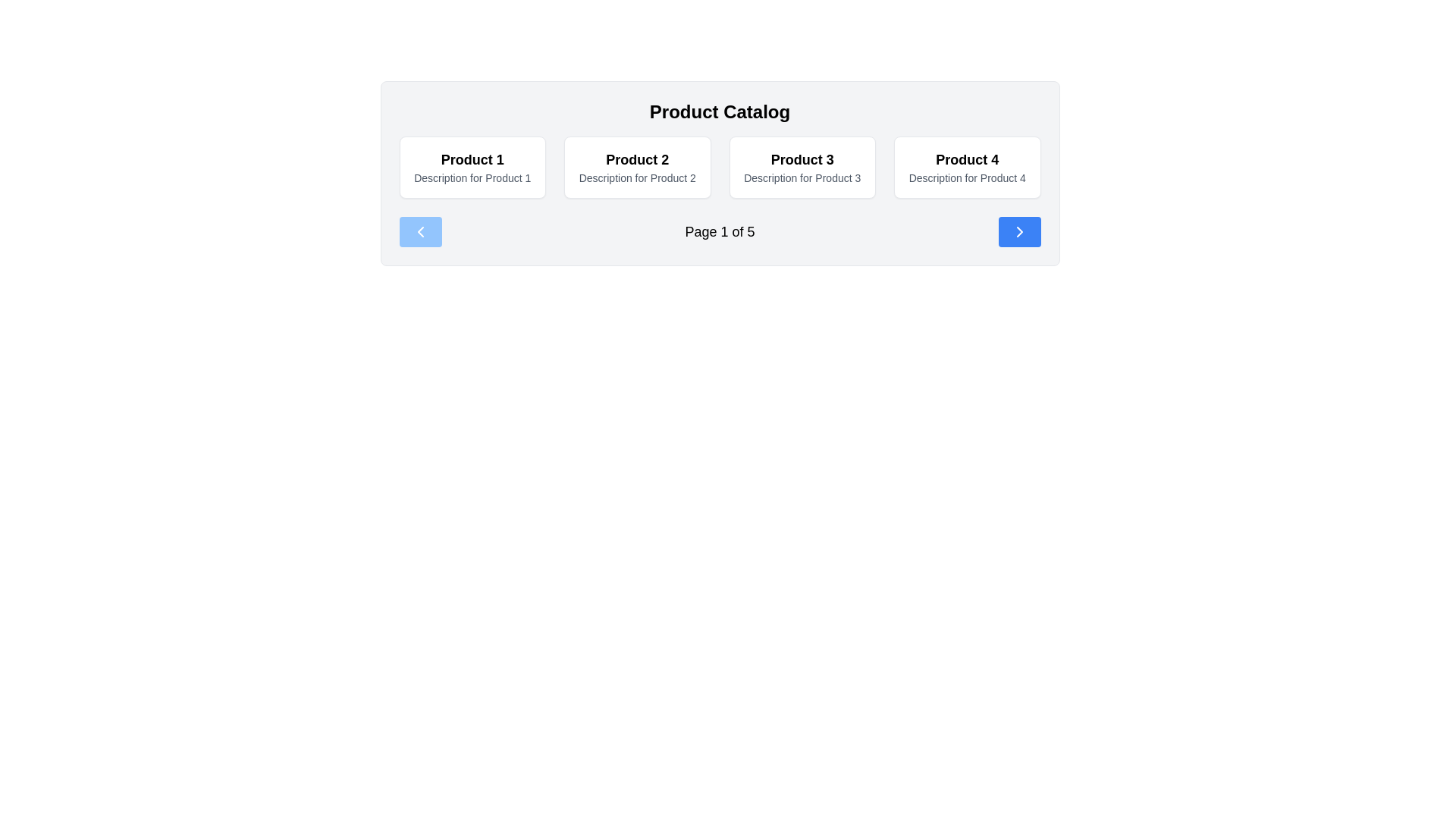 The height and width of the screenshot is (819, 1456). I want to click on the bold text label displaying 'Product 4' in the top part of the fourth product card, so click(966, 160).